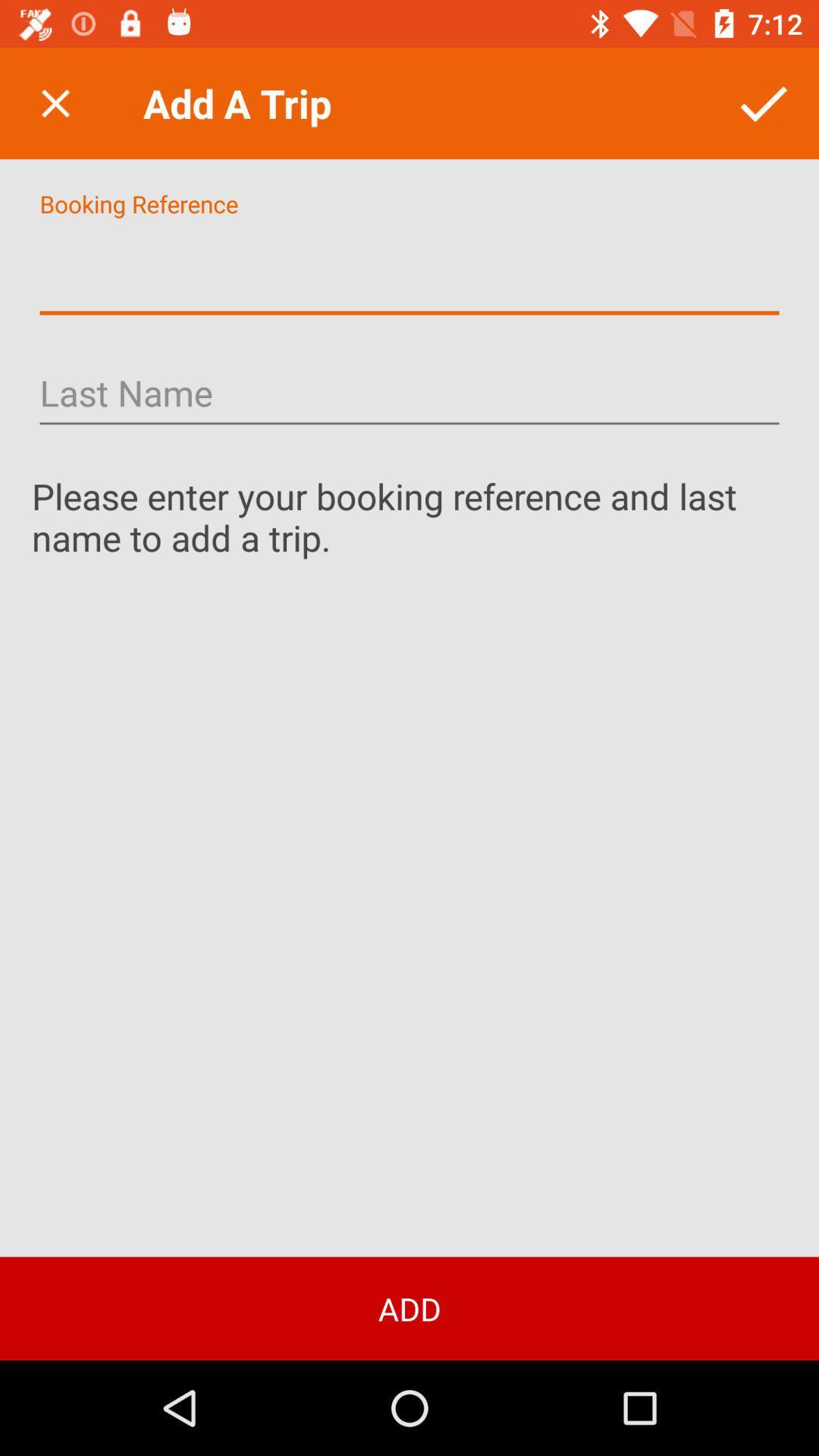  What do you see at coordinates (409, 270) in the screenshot?
I see `advertisement` at bounding box center [409, 270].